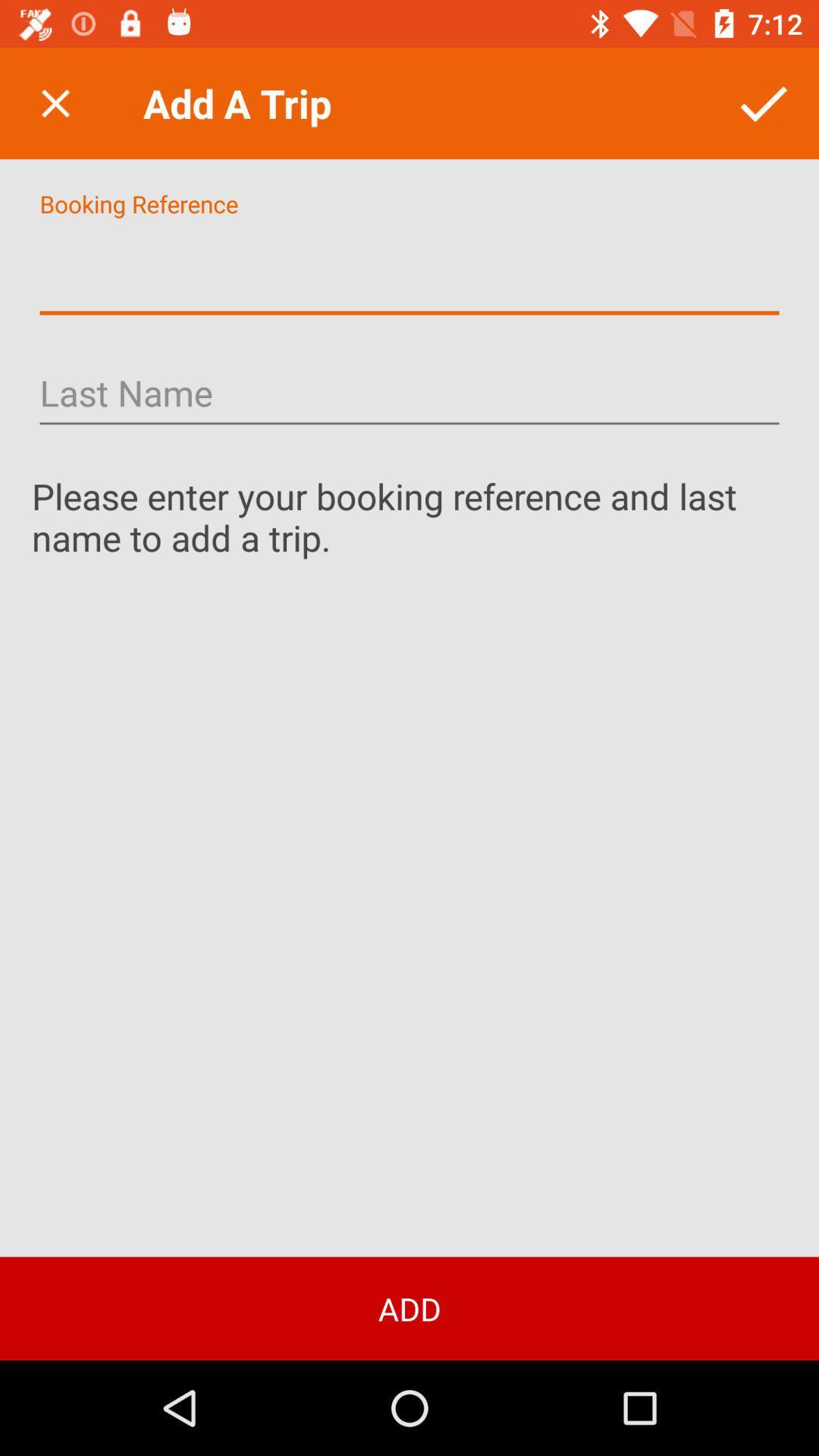  What do you see at coordinates (409, 270) in the screenshot?
I see `advertisement` at bounding box center [409, 270].